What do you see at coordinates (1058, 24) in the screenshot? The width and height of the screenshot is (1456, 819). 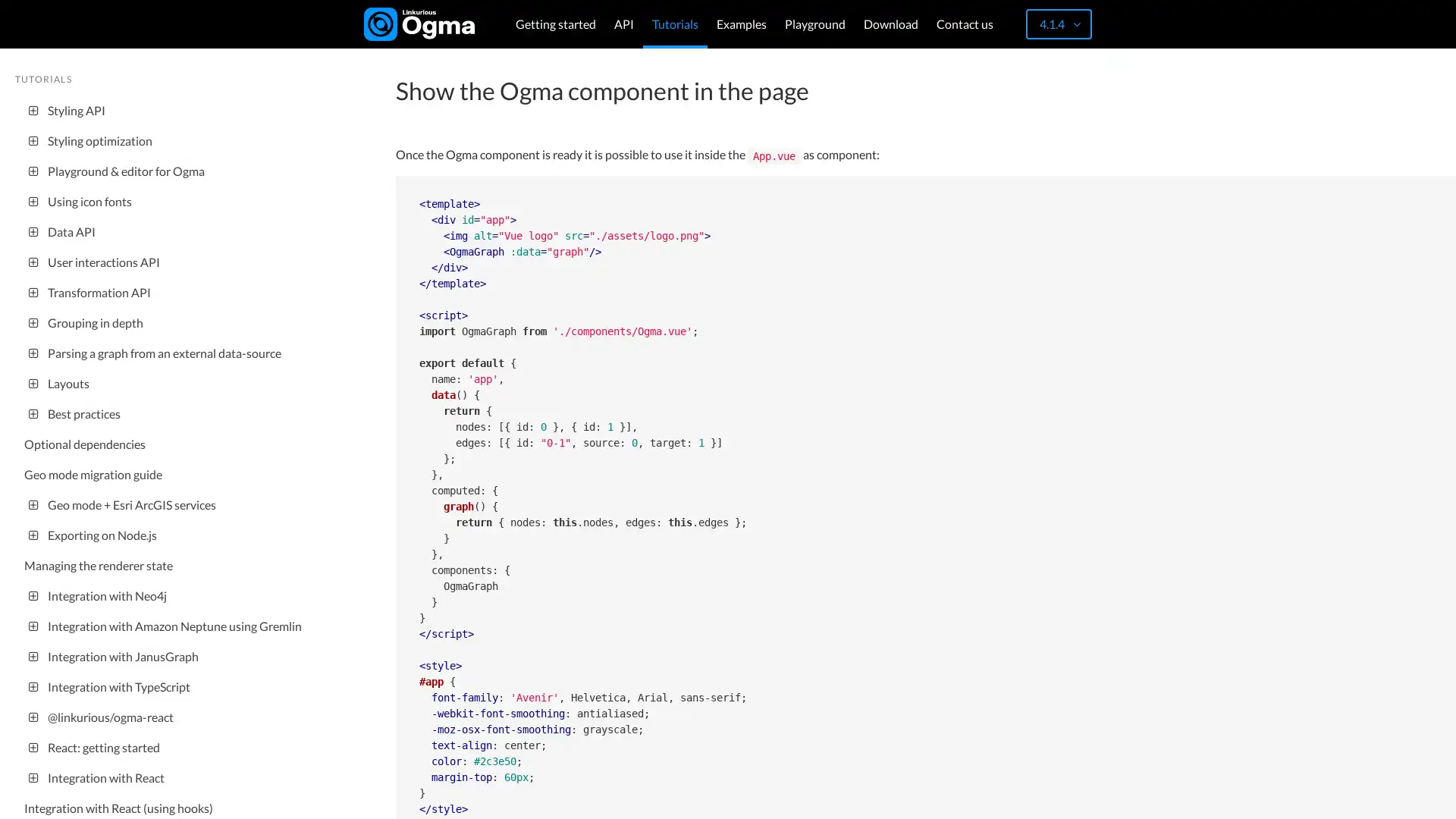 I see `4.1.4` at bounding box center [1058, 24].